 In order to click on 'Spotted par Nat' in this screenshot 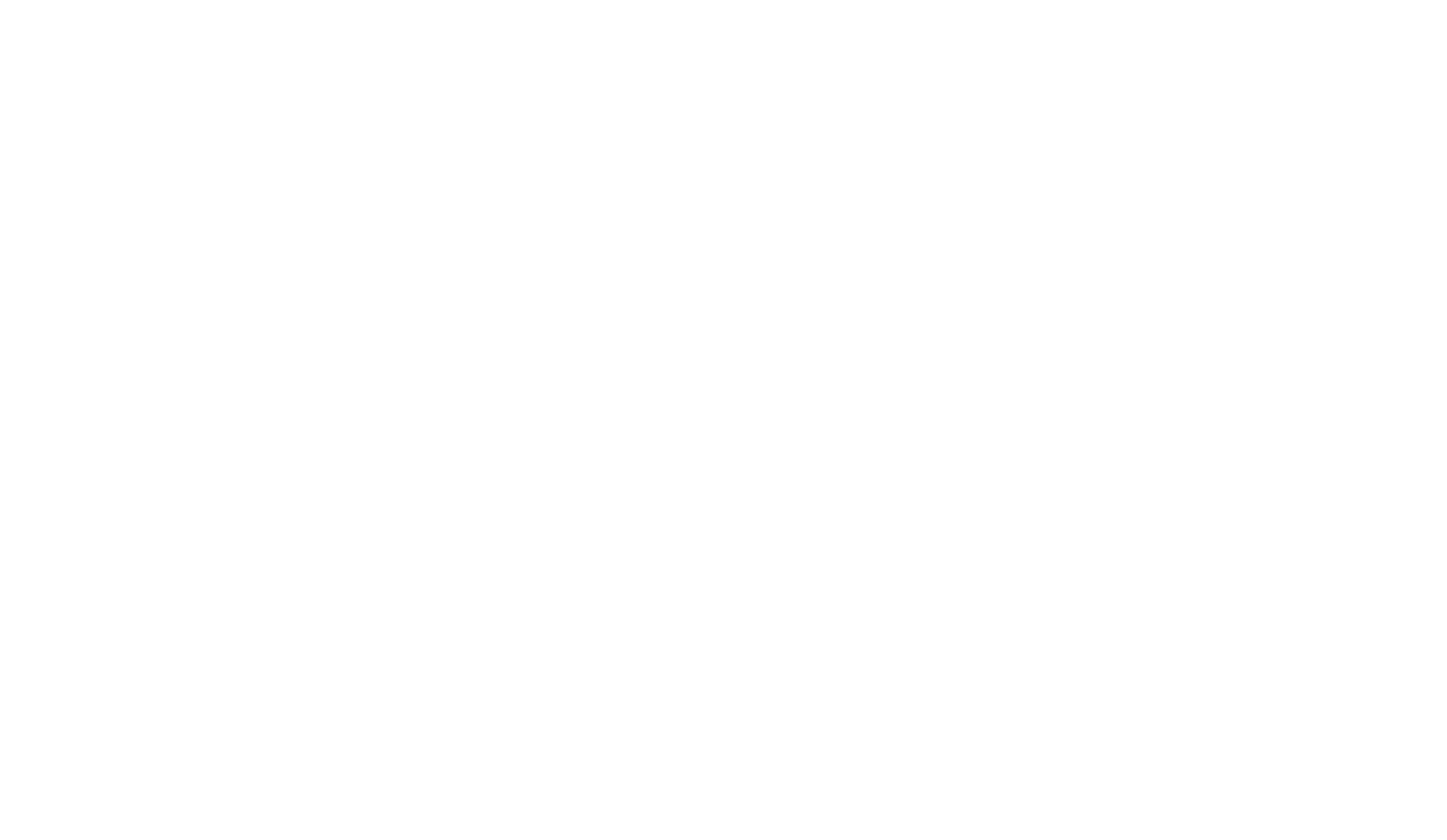, I will do `click(346, 76)`.